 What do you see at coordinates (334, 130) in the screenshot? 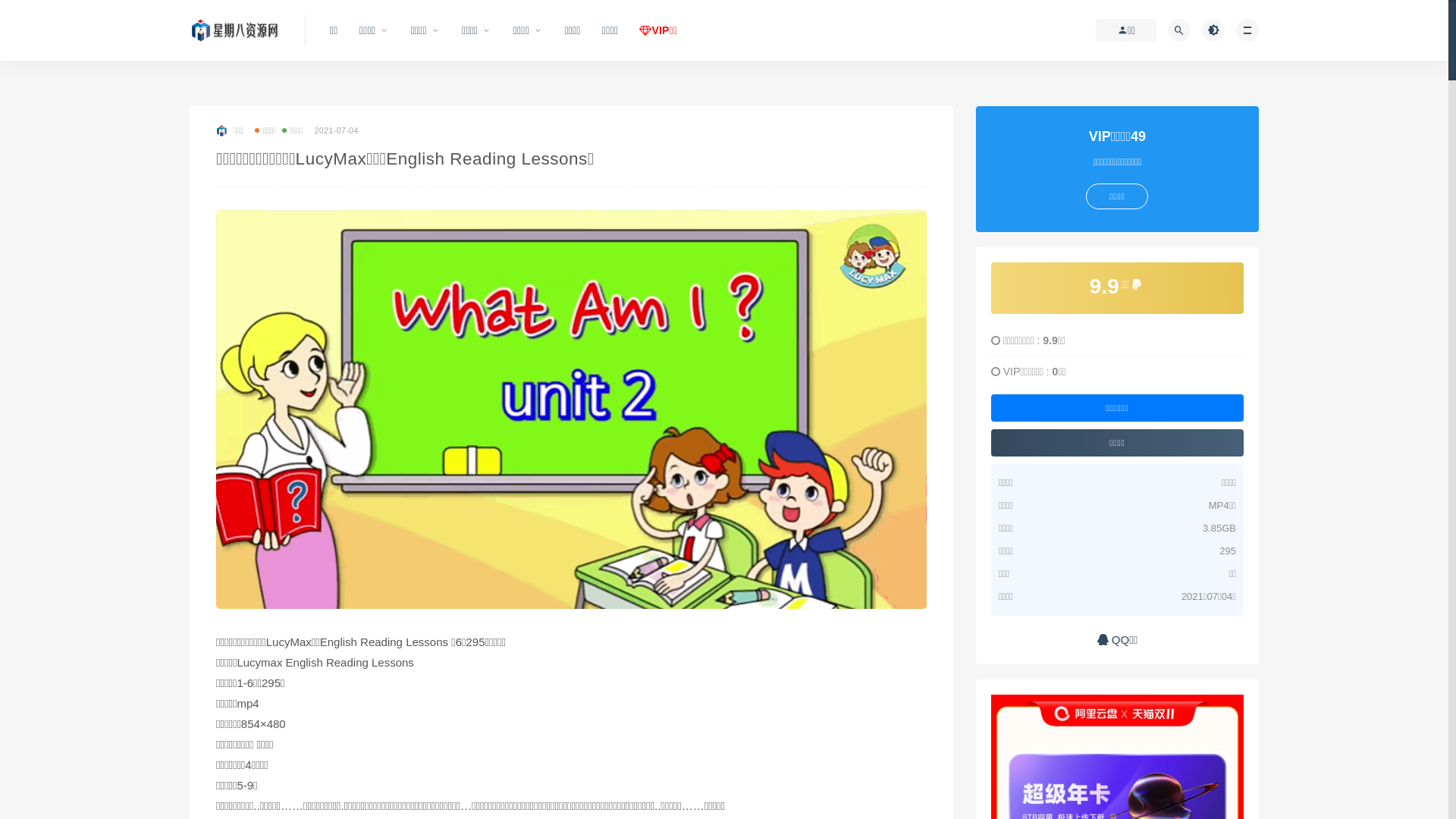
I see `'2021-07-04'` at bounding box center [334, 130].